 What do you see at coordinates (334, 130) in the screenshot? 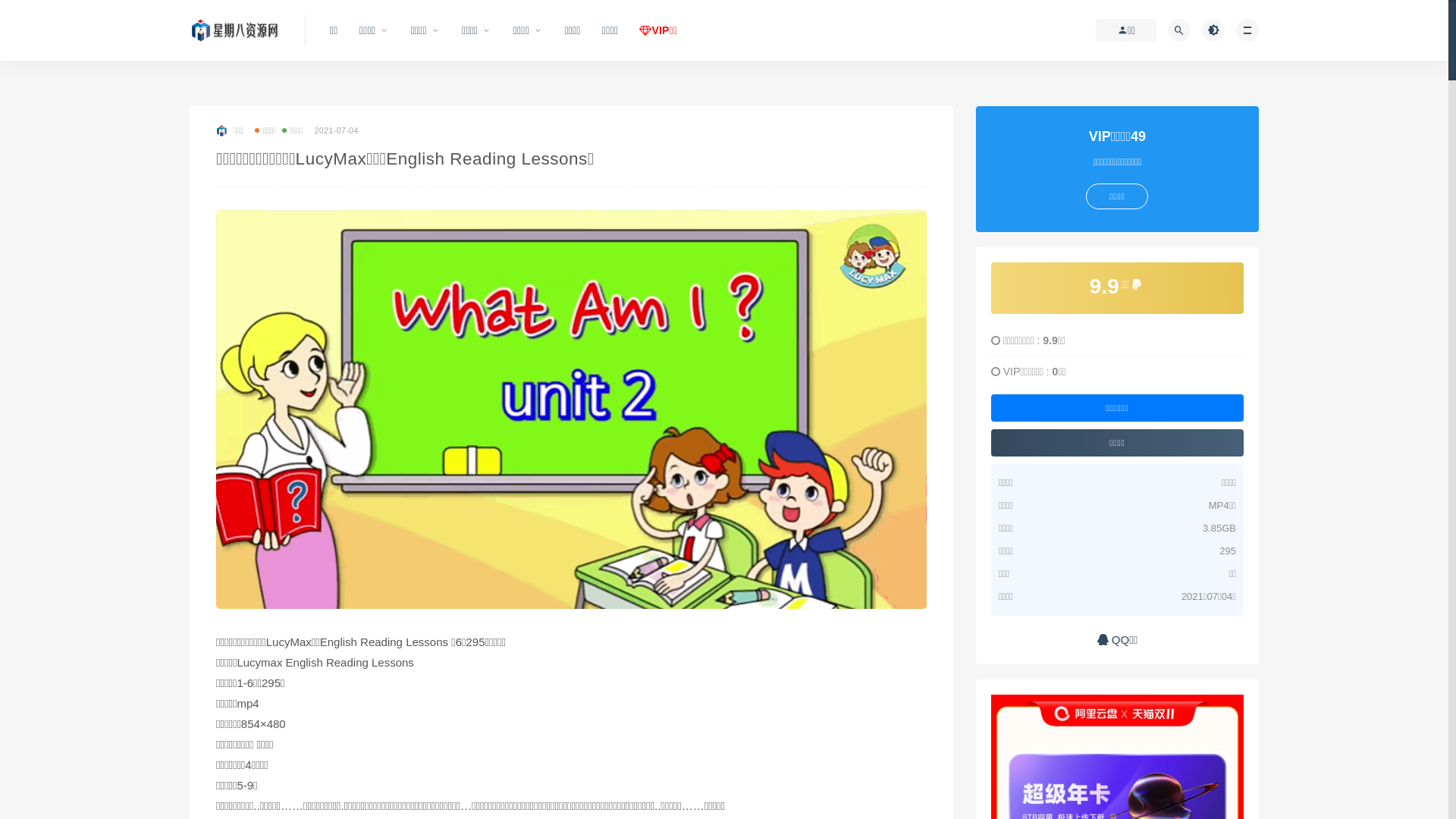
I see `'2021-07-04'` at bounding box center [334, 130].